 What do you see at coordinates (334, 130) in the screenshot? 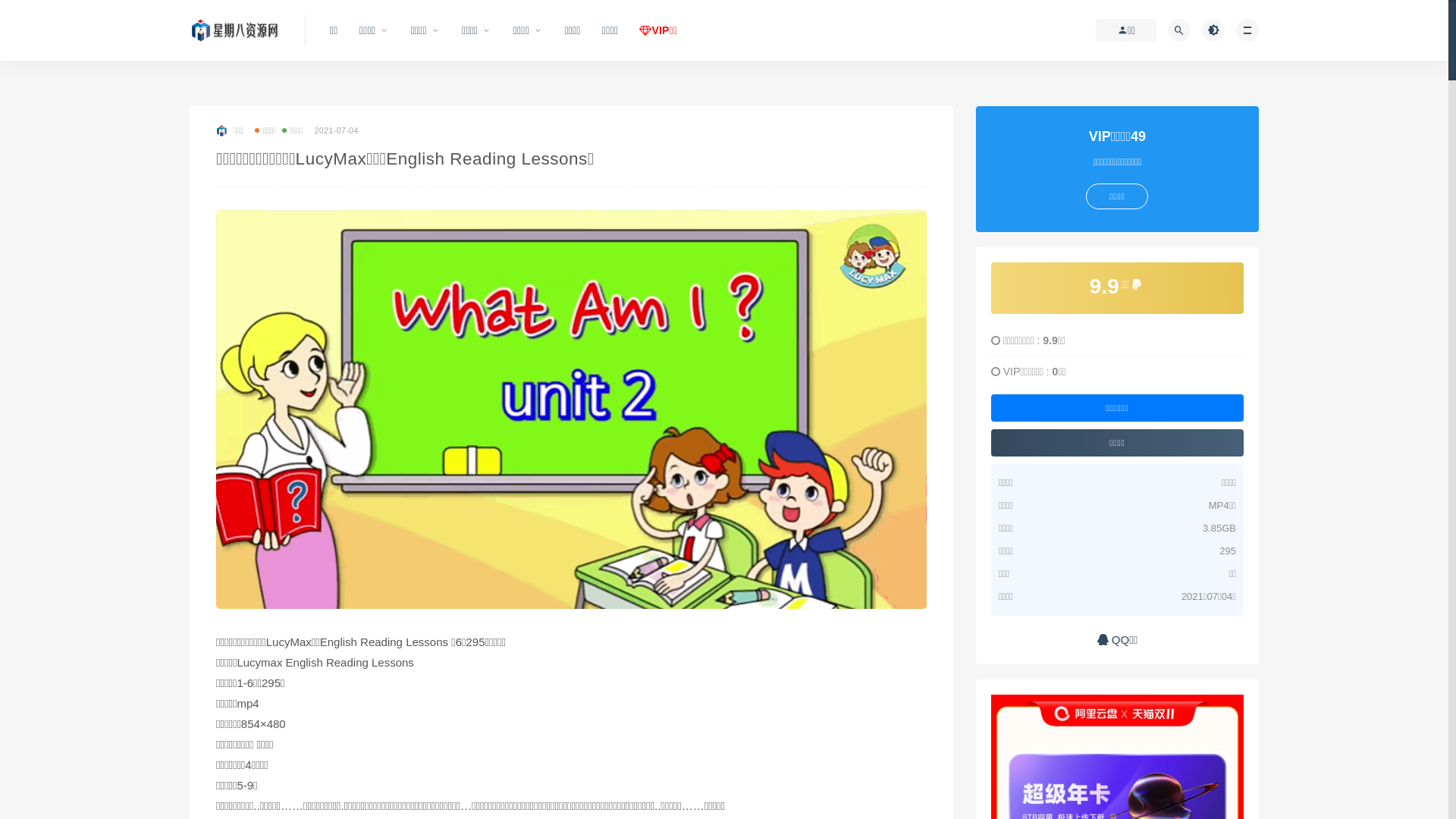
I see `'2021-07-04'` at bounding box center [334, 130].